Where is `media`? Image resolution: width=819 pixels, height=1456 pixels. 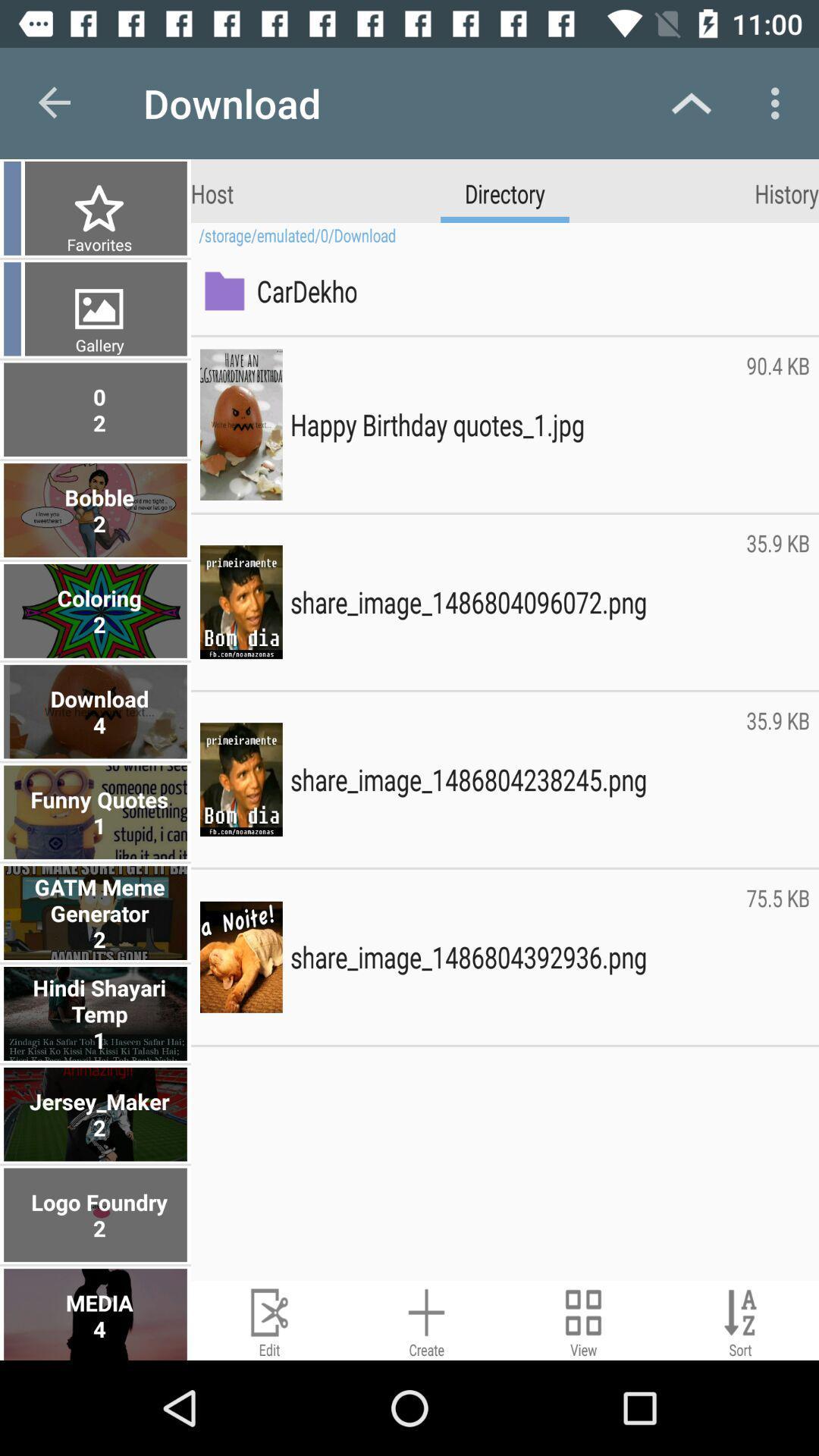 media is located at coordinates (97, 1313).